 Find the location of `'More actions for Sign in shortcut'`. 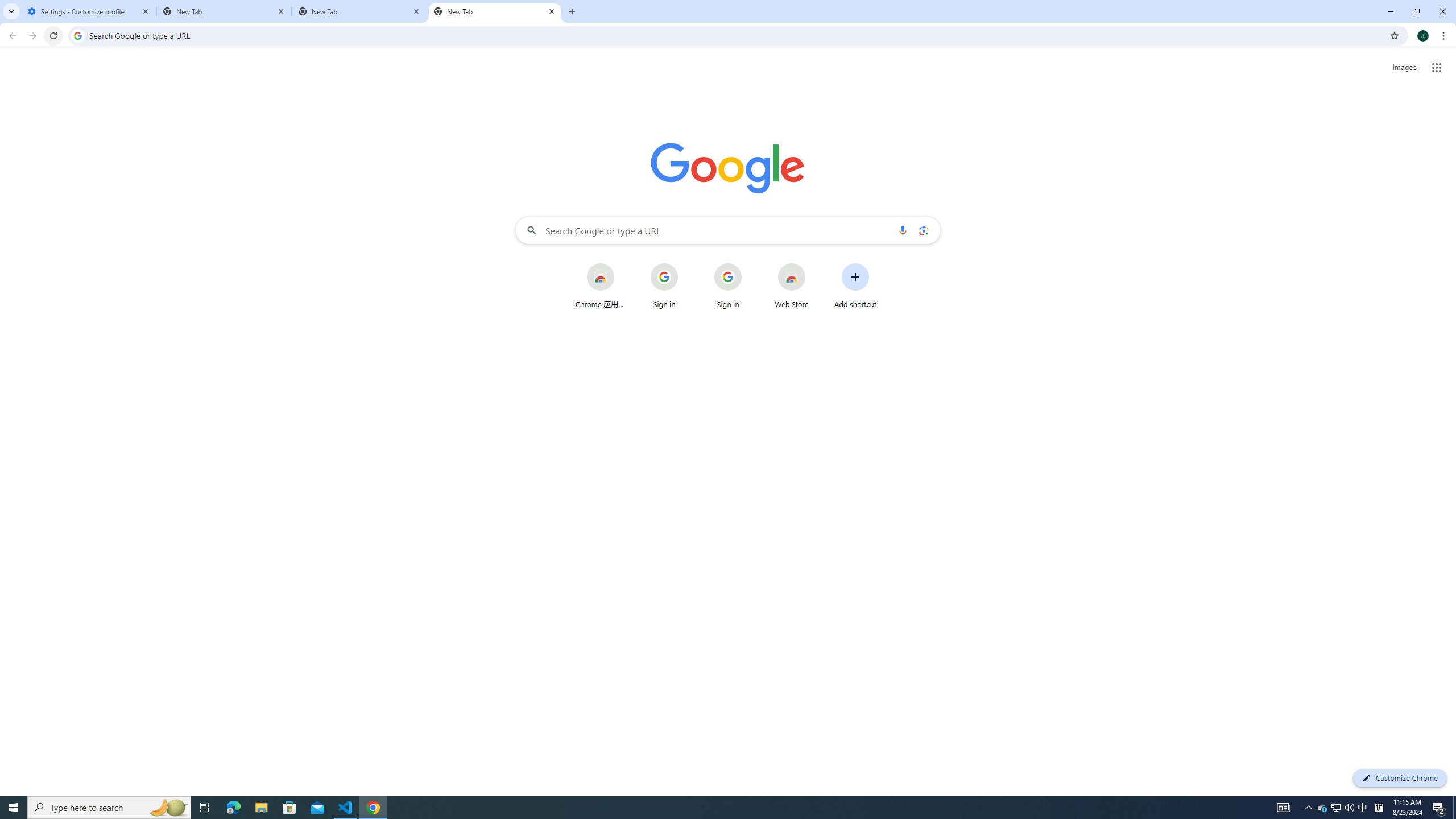

'More actions for Sign in shortcut' is located at coordinates (750, 264).